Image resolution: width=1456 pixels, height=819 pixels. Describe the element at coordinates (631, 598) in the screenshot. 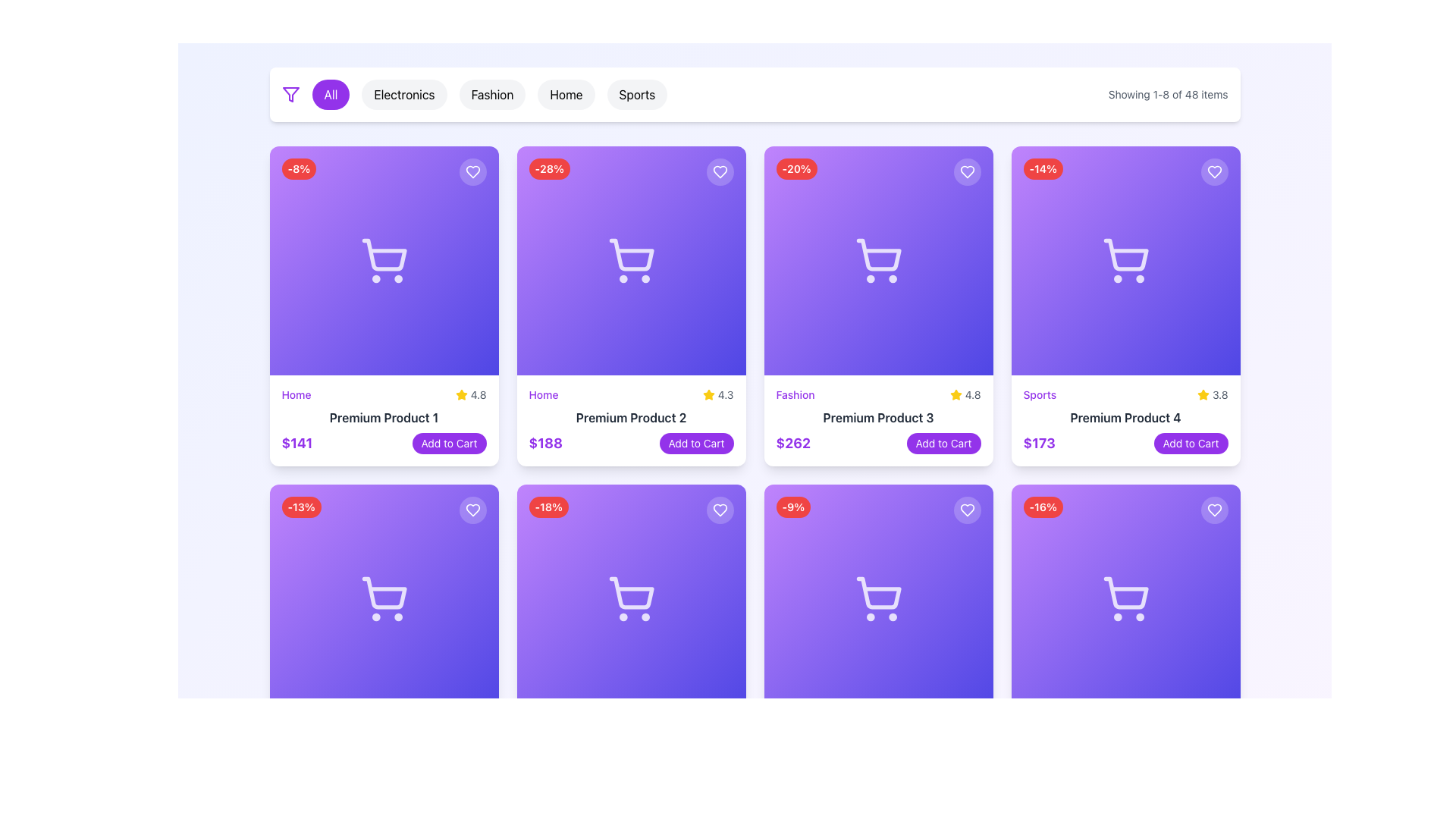

I see `the shopping cart icon, which is a white vector illustration centered on a purple gradient background within a card-like display in the grid layout` at that location.